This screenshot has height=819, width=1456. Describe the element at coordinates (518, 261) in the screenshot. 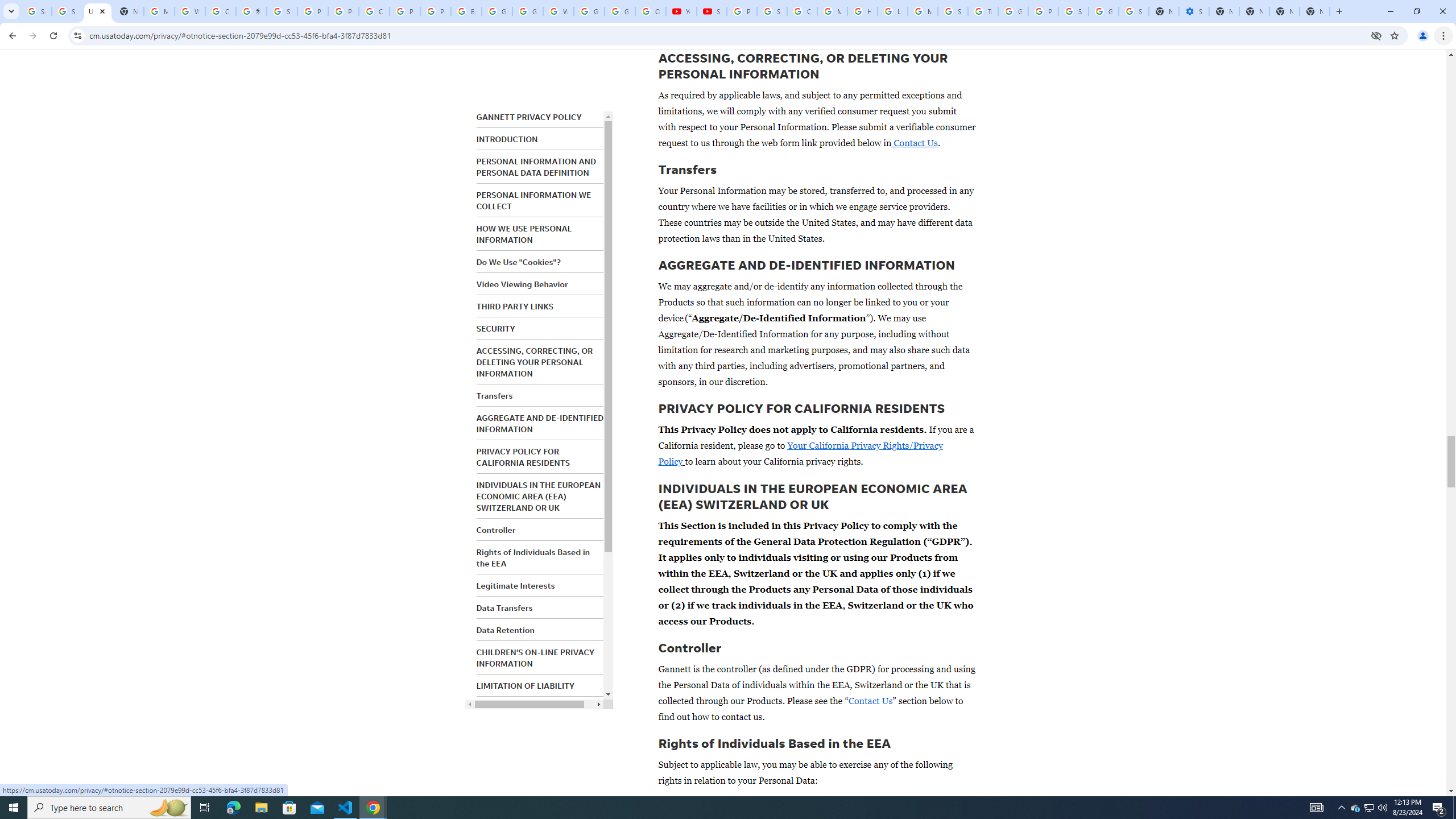

I see `'Do We Use "Cookies"?'` at that location.